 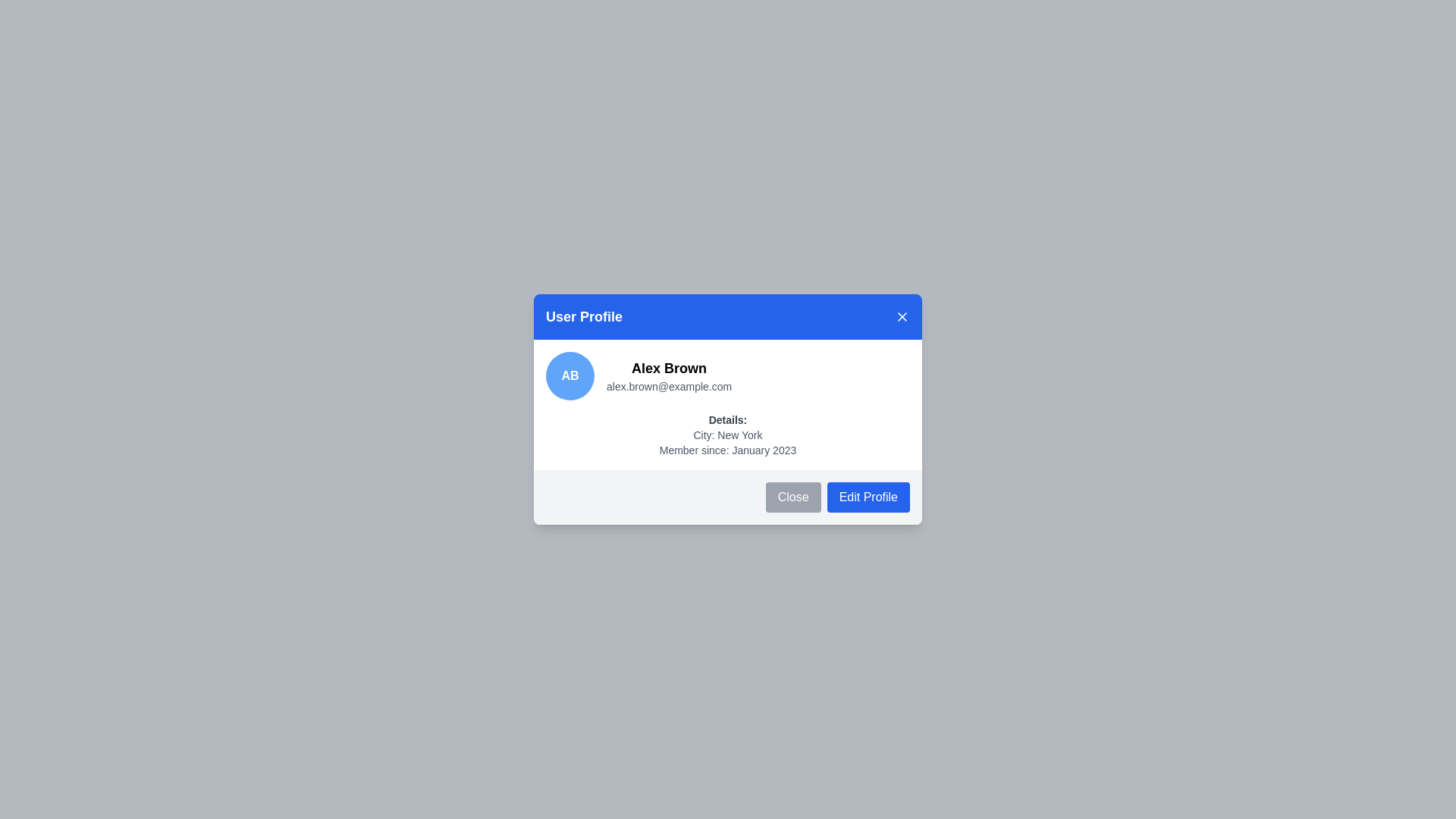 What do you see at coordinates (868, 497) in the screenshot?
I see `the 'Edit Profile' button located at the bottom-right corner of the user profile modal` at bounding box center [868, 497].